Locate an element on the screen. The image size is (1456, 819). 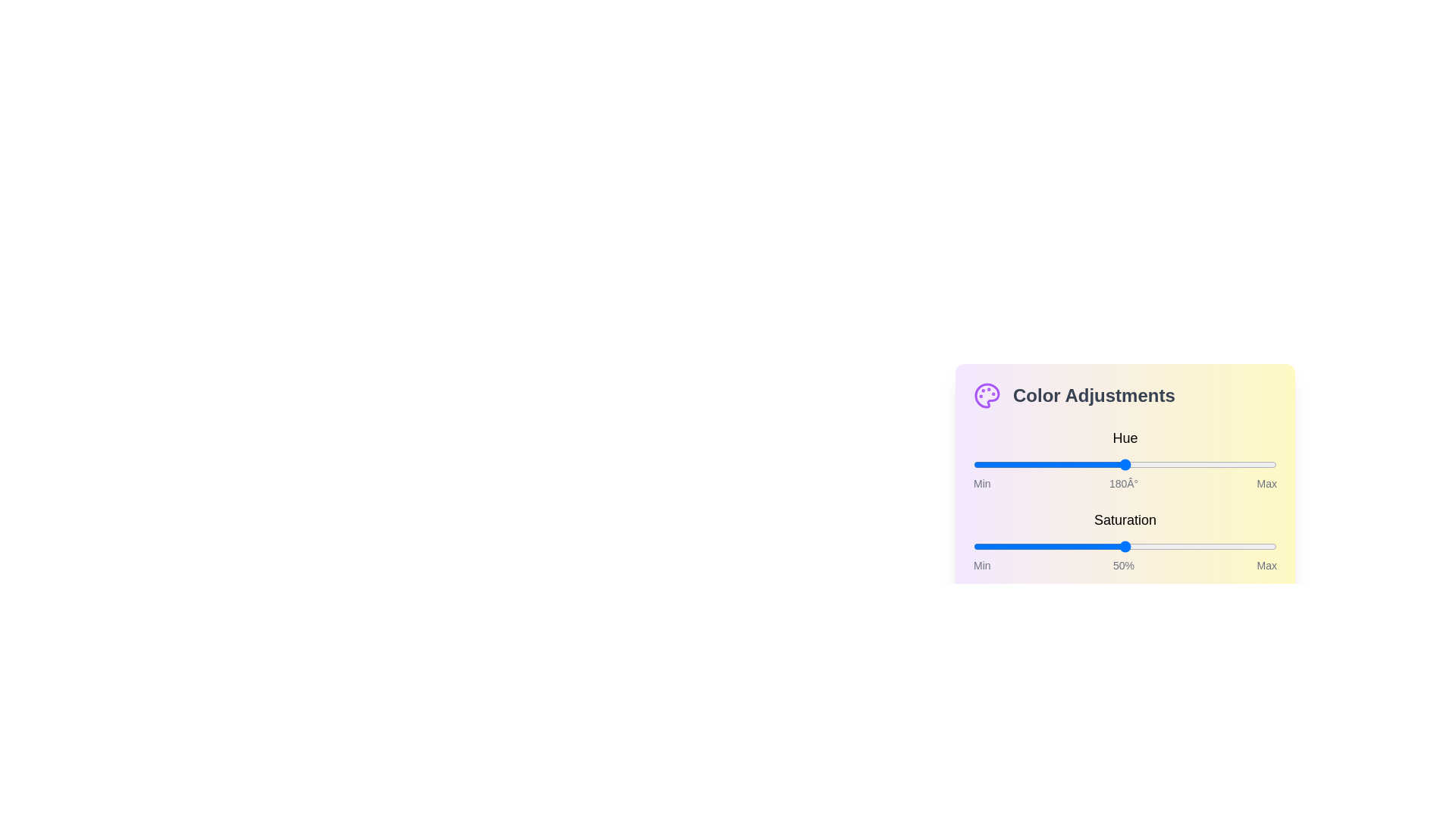
the hue slider to 95 degrees is located at coordinates (1053, 464).